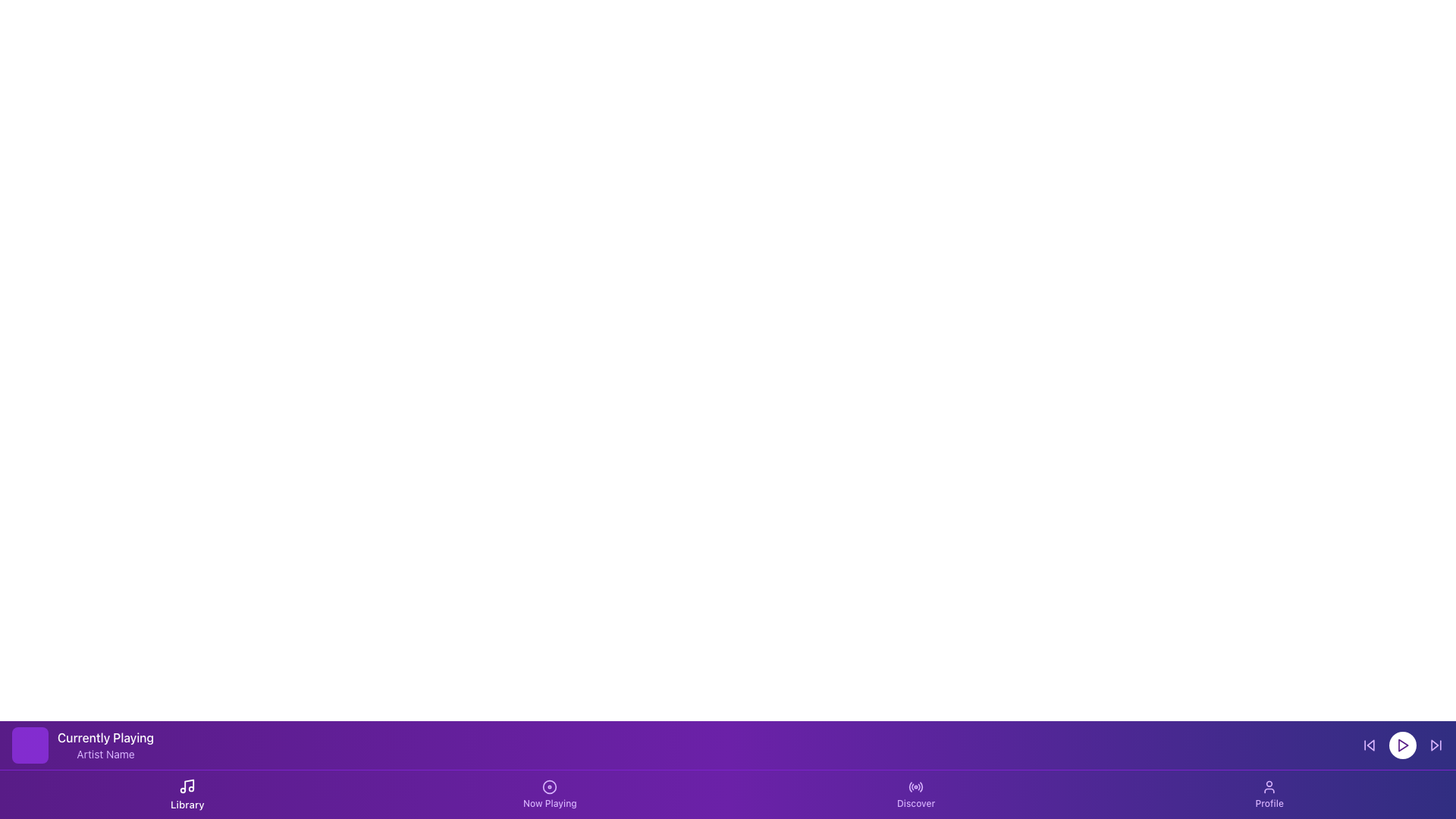 The width and height of the screenshot is (1456, 819). Describe the element at coordinates (549, 794) in the screenshot. I see `the centered icon-text button labeled 'Now Playing' in the footer navigation bar` at that location.